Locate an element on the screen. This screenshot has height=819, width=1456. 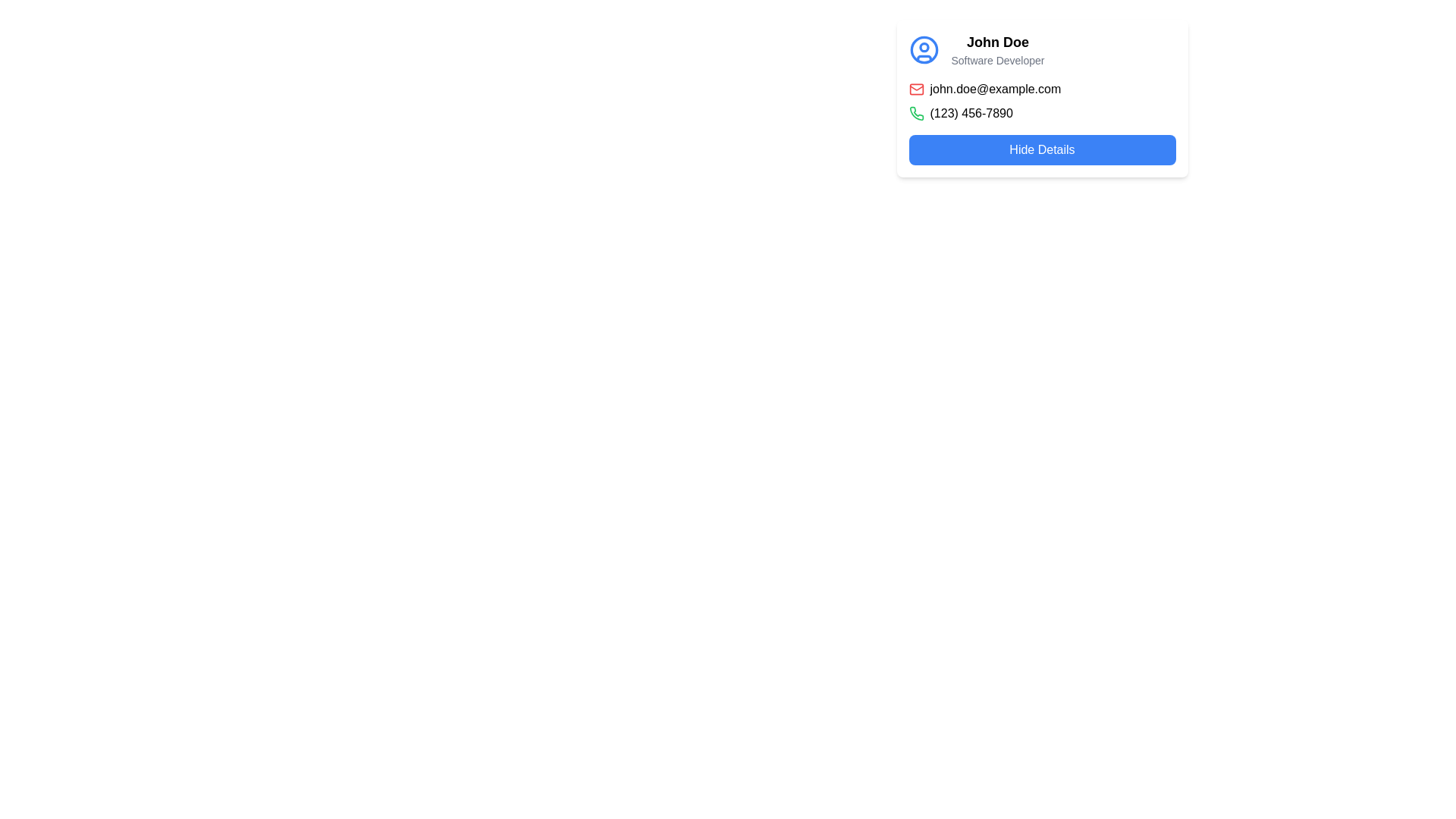
the text label displaying the user's name and job title, which is positioned centrally within a horizontal layout and immediately to the right of a circular user icon is located at coordinates (997, 49).